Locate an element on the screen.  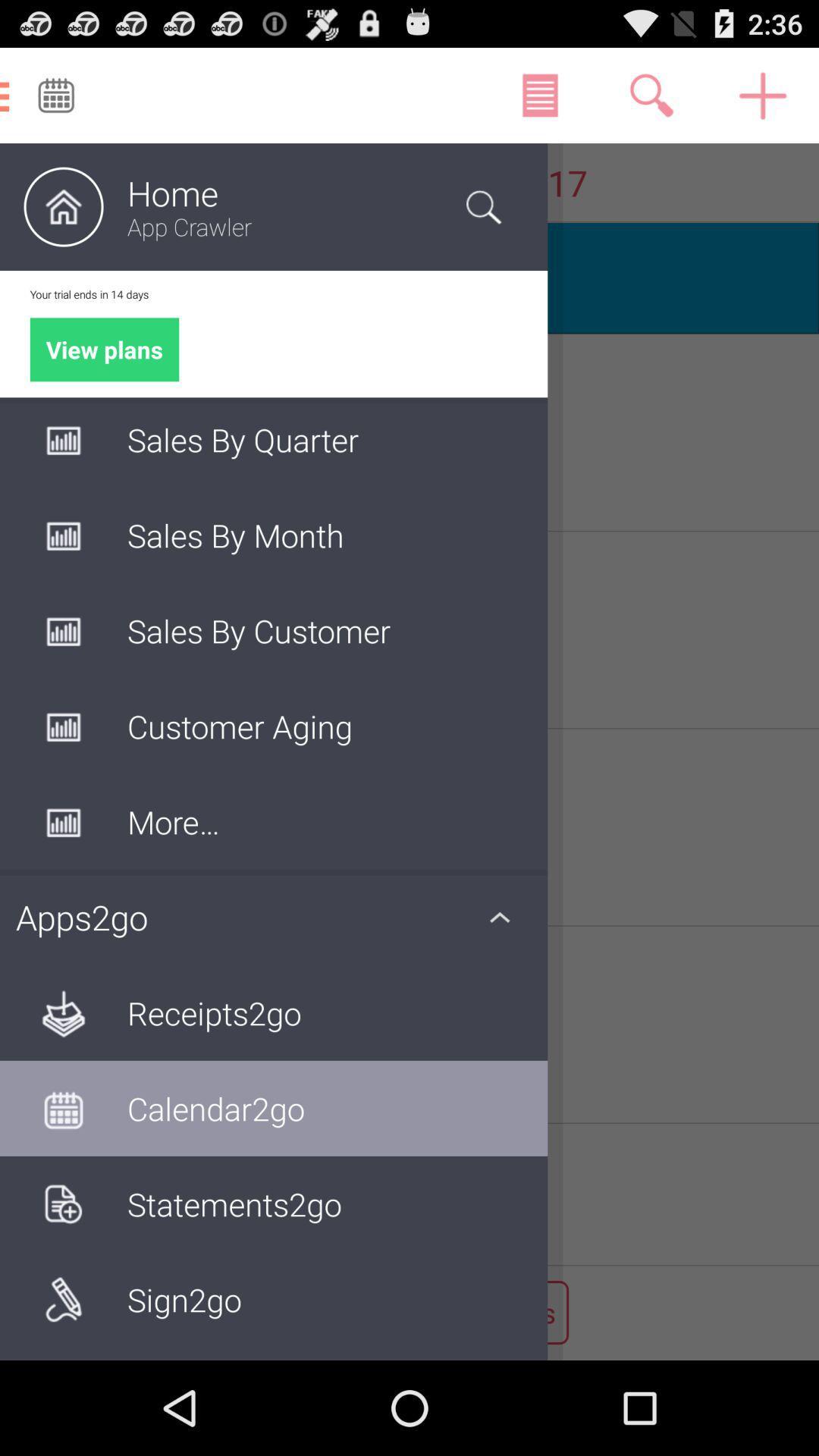
the search icon is located at coordinates (484, 221).